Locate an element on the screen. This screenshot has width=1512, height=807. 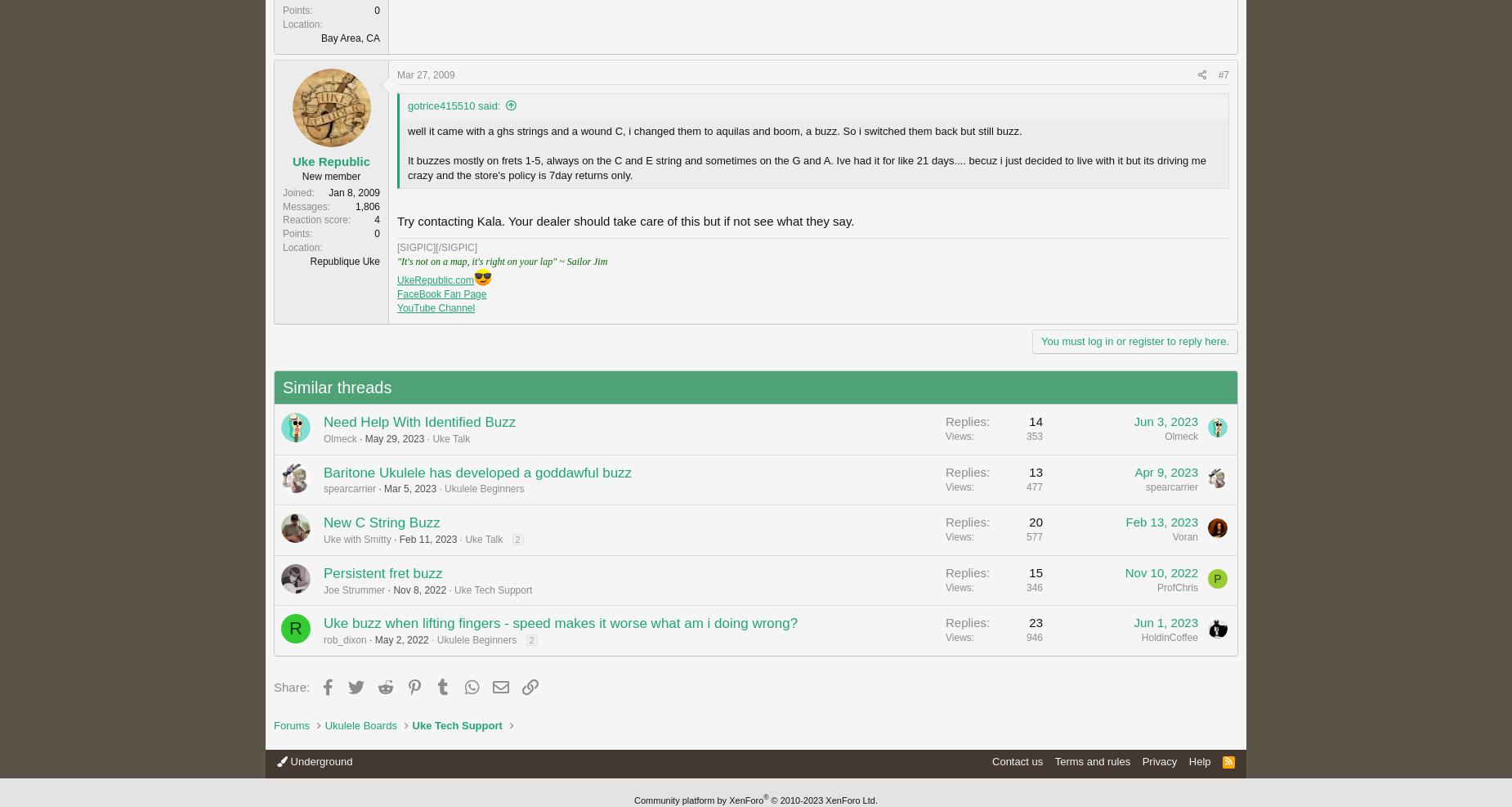
'May 2, 2022' is located at coordinates (400, 639).